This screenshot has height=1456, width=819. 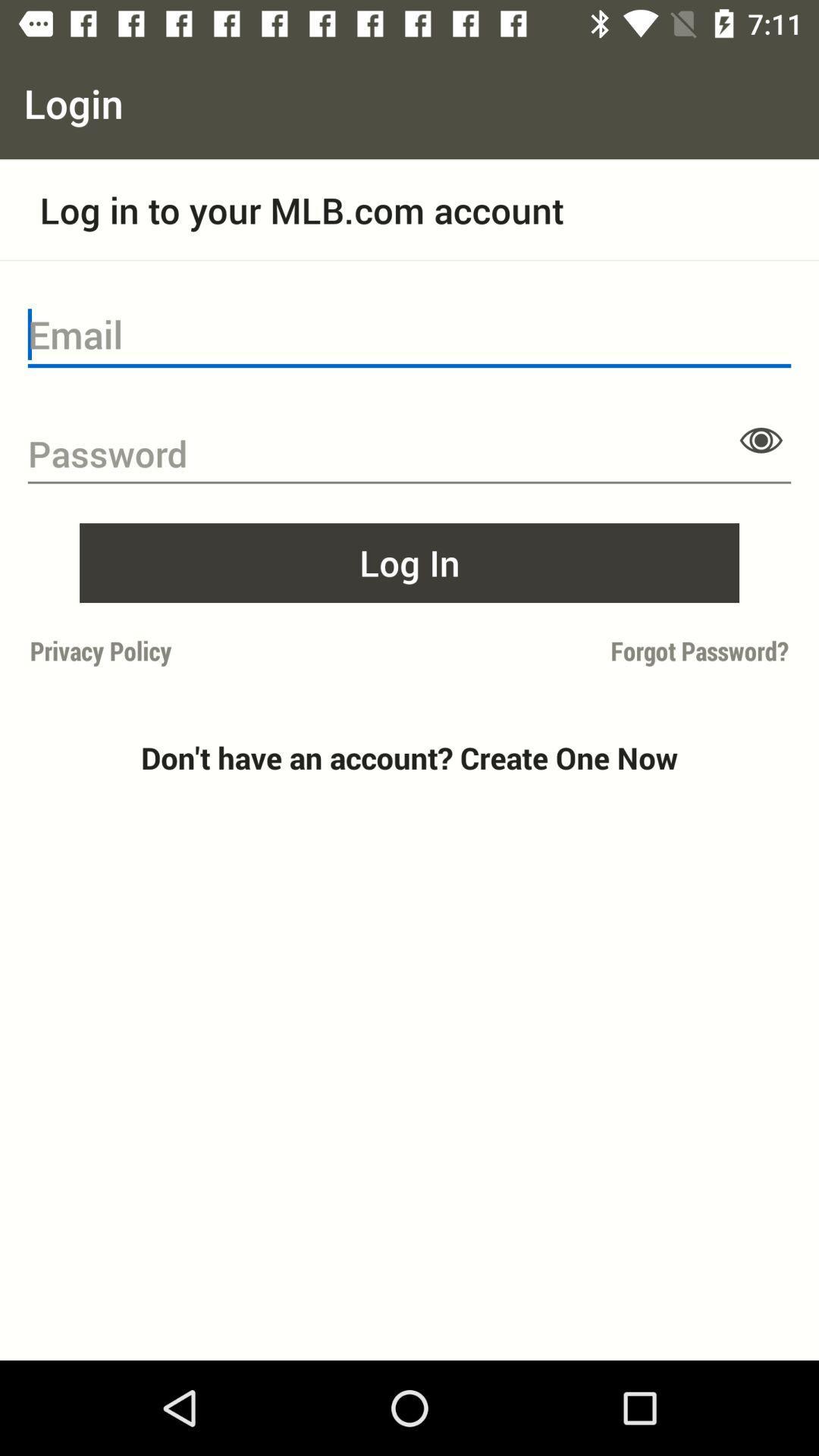 I want to click on the icon above don t have item, so click(x=215, y=651).